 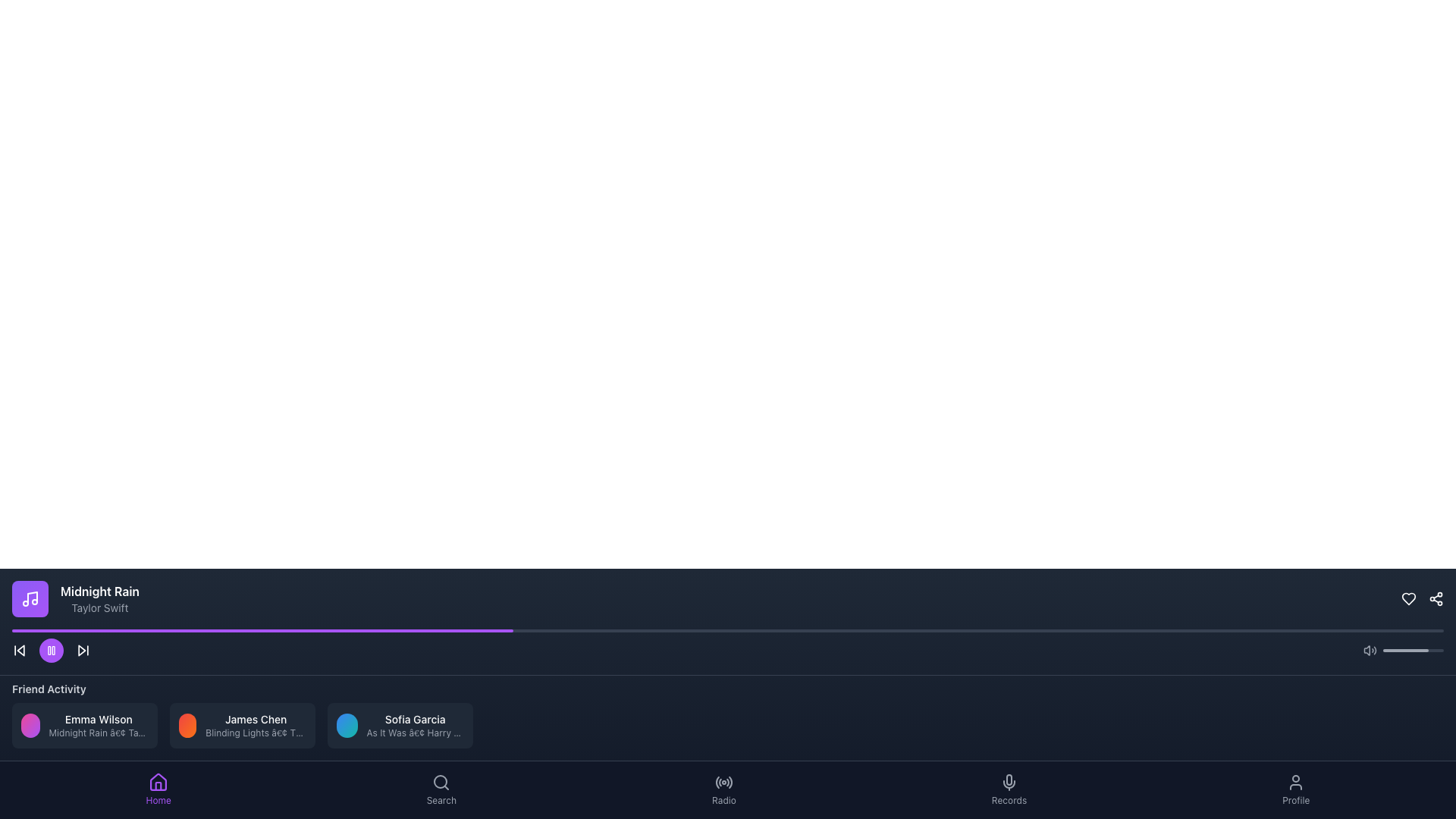 I want to click on the progress bar of the media control to change the playback position, so click(x=728, y=646).